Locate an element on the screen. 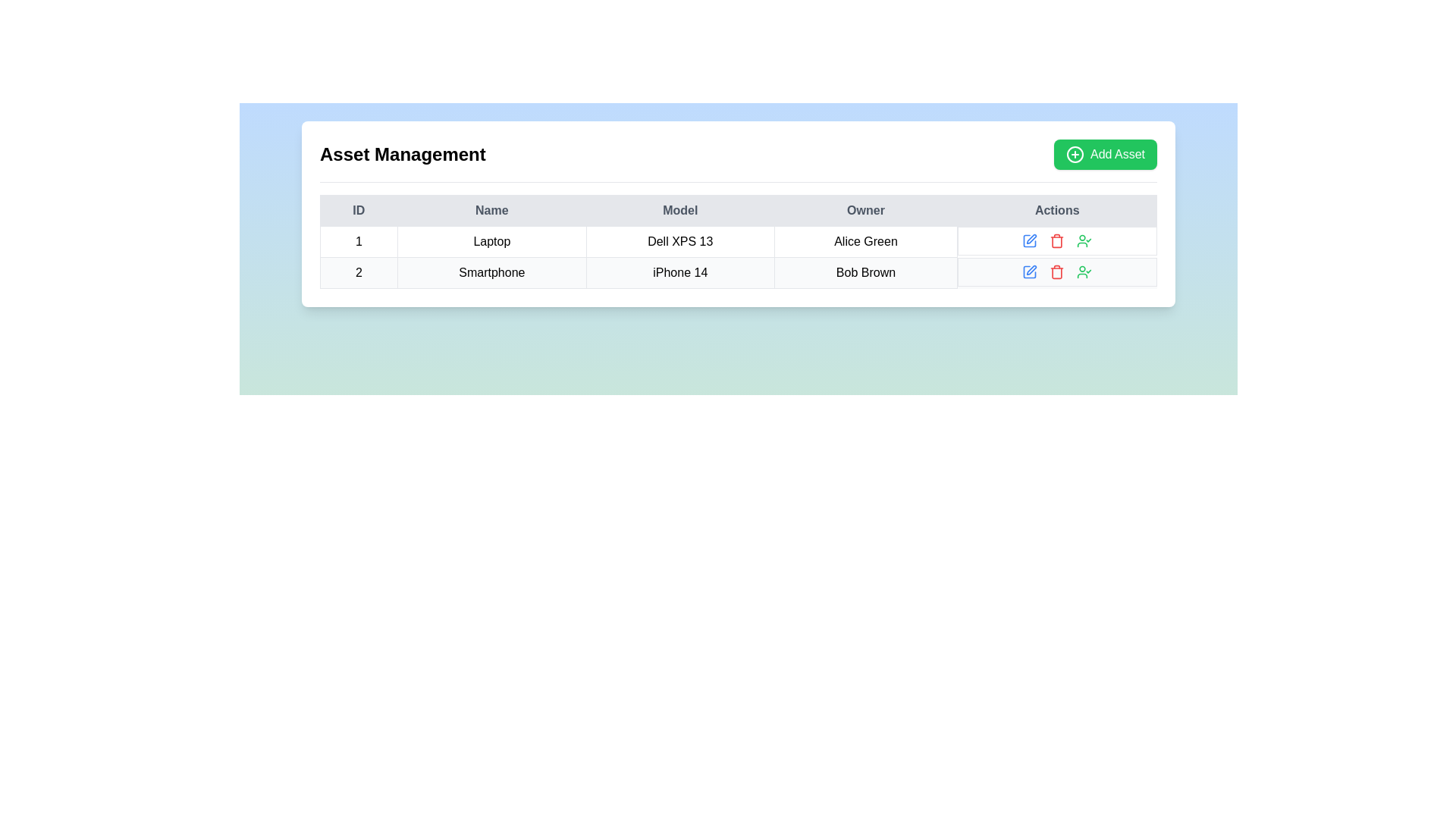 The width and height of the screenshot is (1456, 819). the red-colored trash can icon in the 'Actions' column of the second data row is located at coordinates (1056, 271).